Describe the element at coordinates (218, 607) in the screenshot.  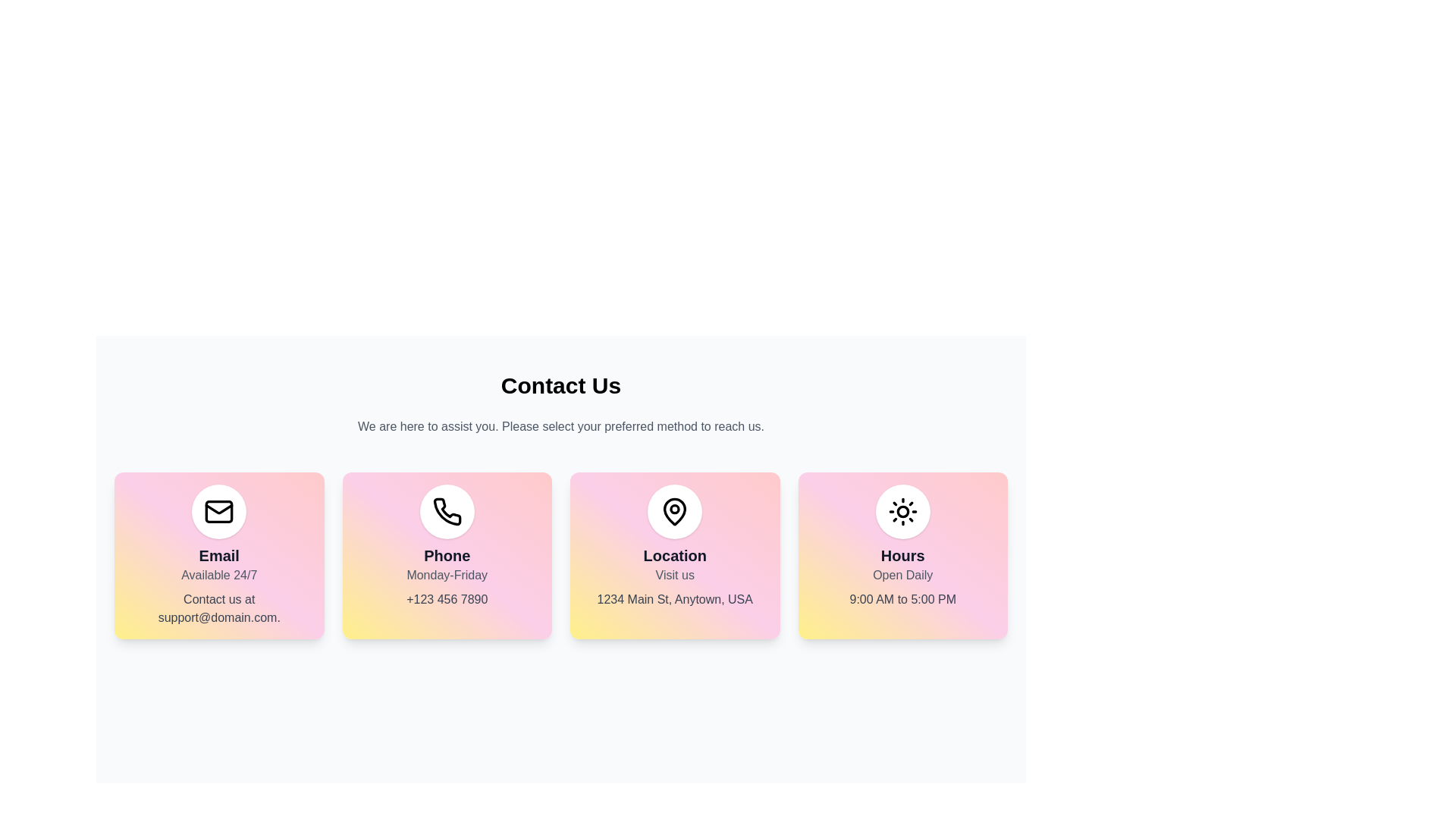
I see `information displayed in the gray text label that shows 'Contact us at support@domain.com.' positioned centrally in the card layout below 'Available 24/7'` at that location.